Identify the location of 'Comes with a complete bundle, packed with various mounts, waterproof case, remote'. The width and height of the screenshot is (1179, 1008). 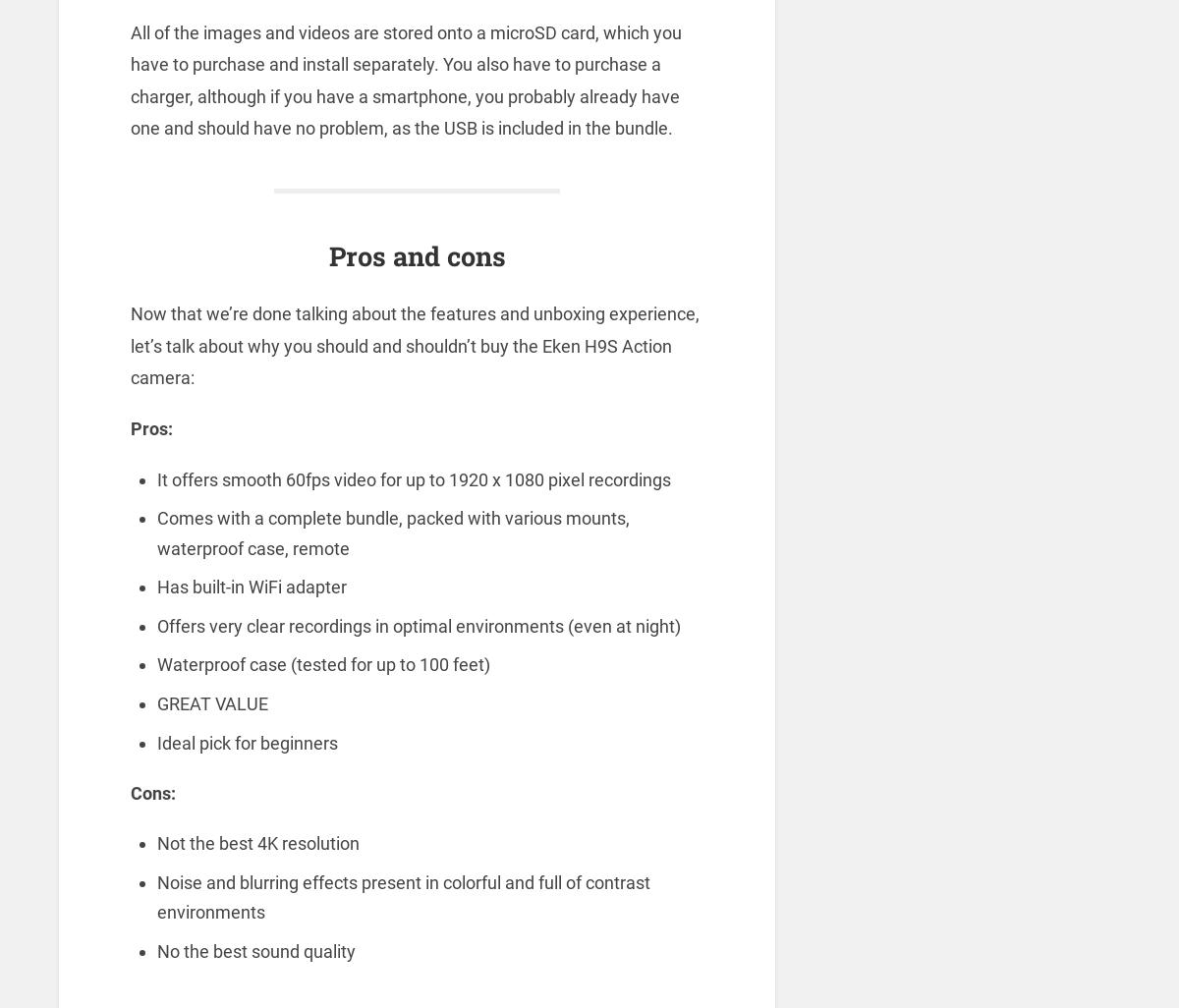
(392, 532).